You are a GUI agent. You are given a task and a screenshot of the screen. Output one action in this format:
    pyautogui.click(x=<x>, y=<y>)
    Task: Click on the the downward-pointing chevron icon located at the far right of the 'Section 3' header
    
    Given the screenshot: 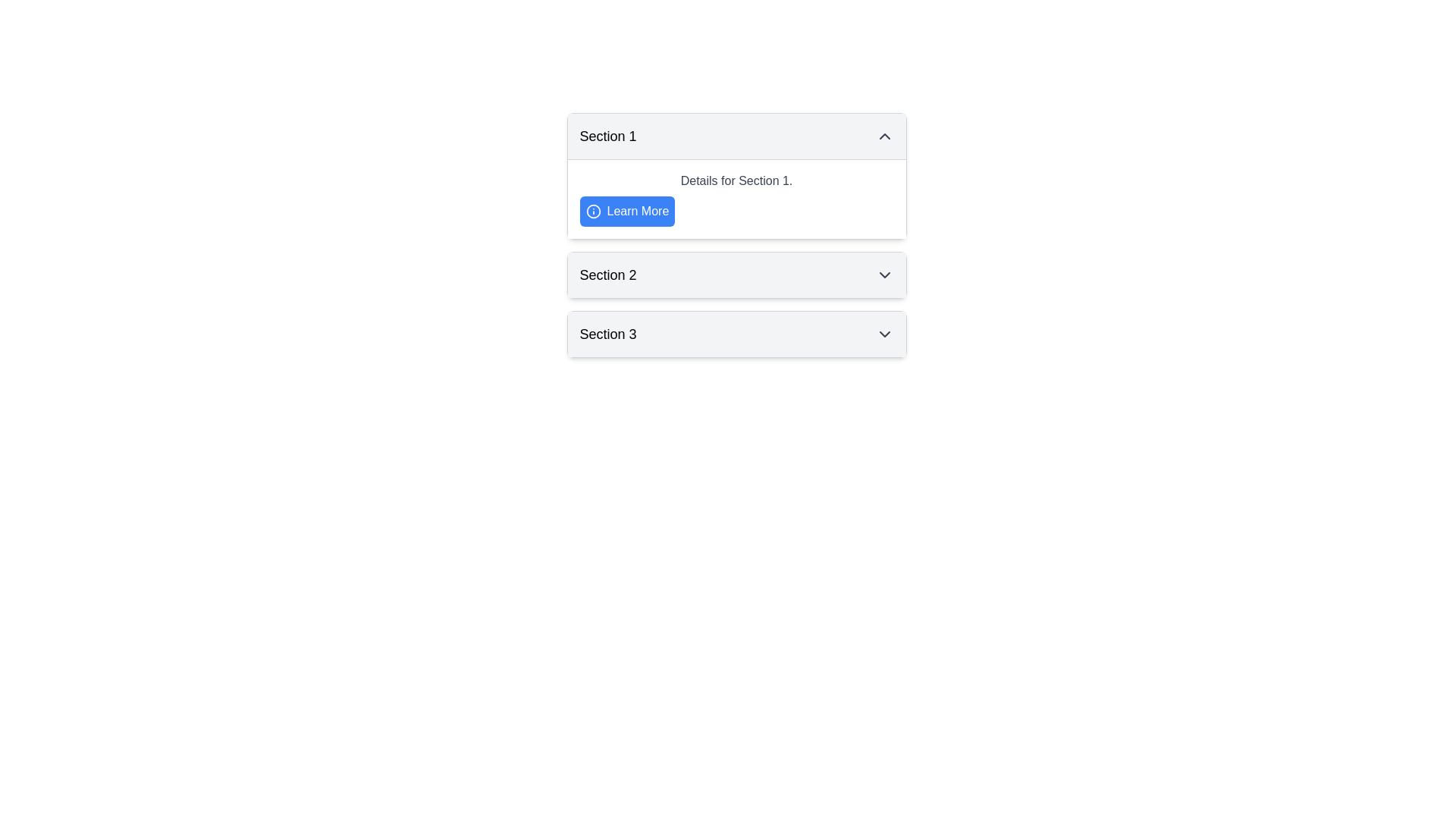 What is the action you would take?
    pyautogui.click(x=884, y=333)
    